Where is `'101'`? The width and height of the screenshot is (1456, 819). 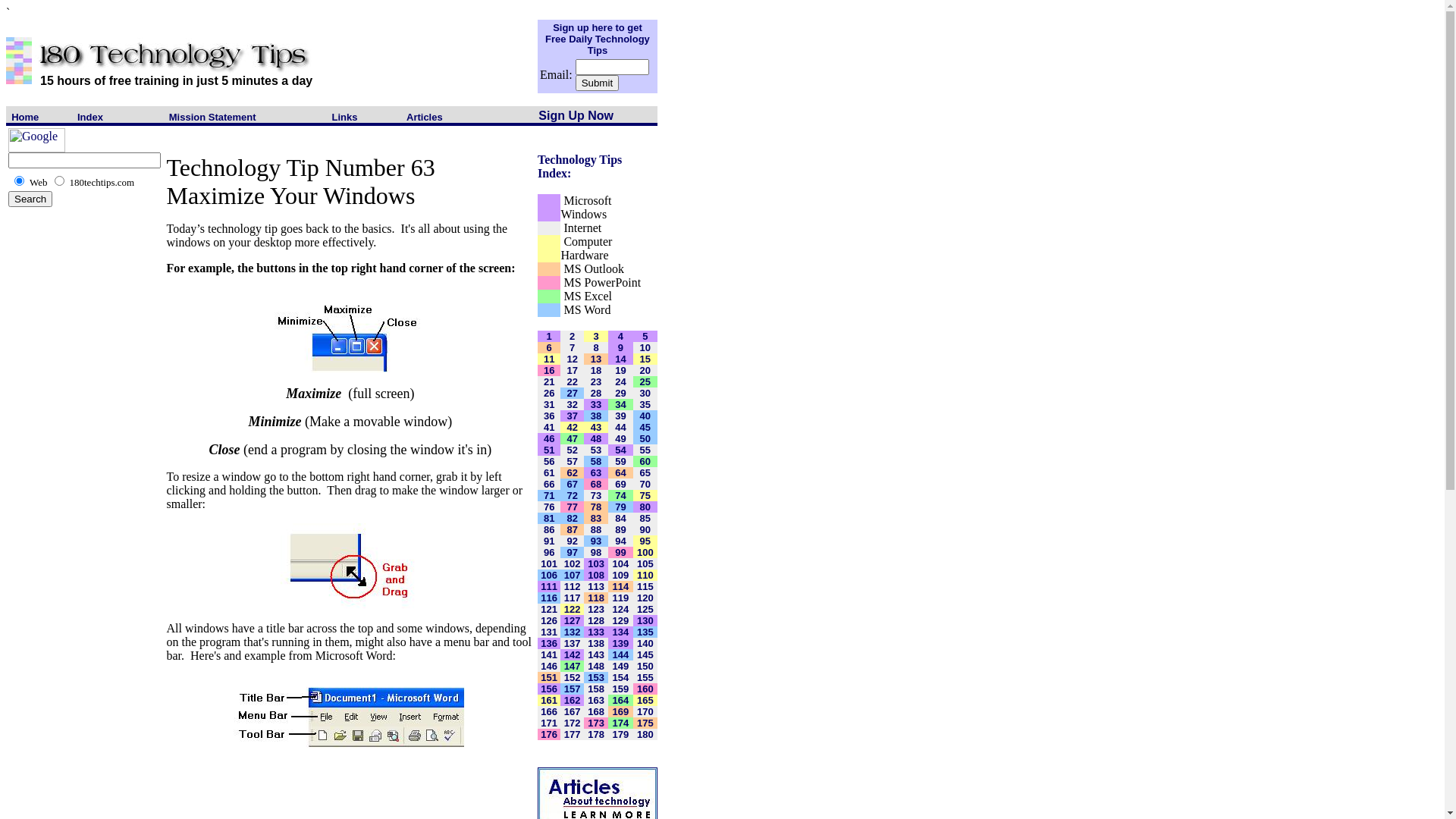
'101' is located at coordinates (548, 563).